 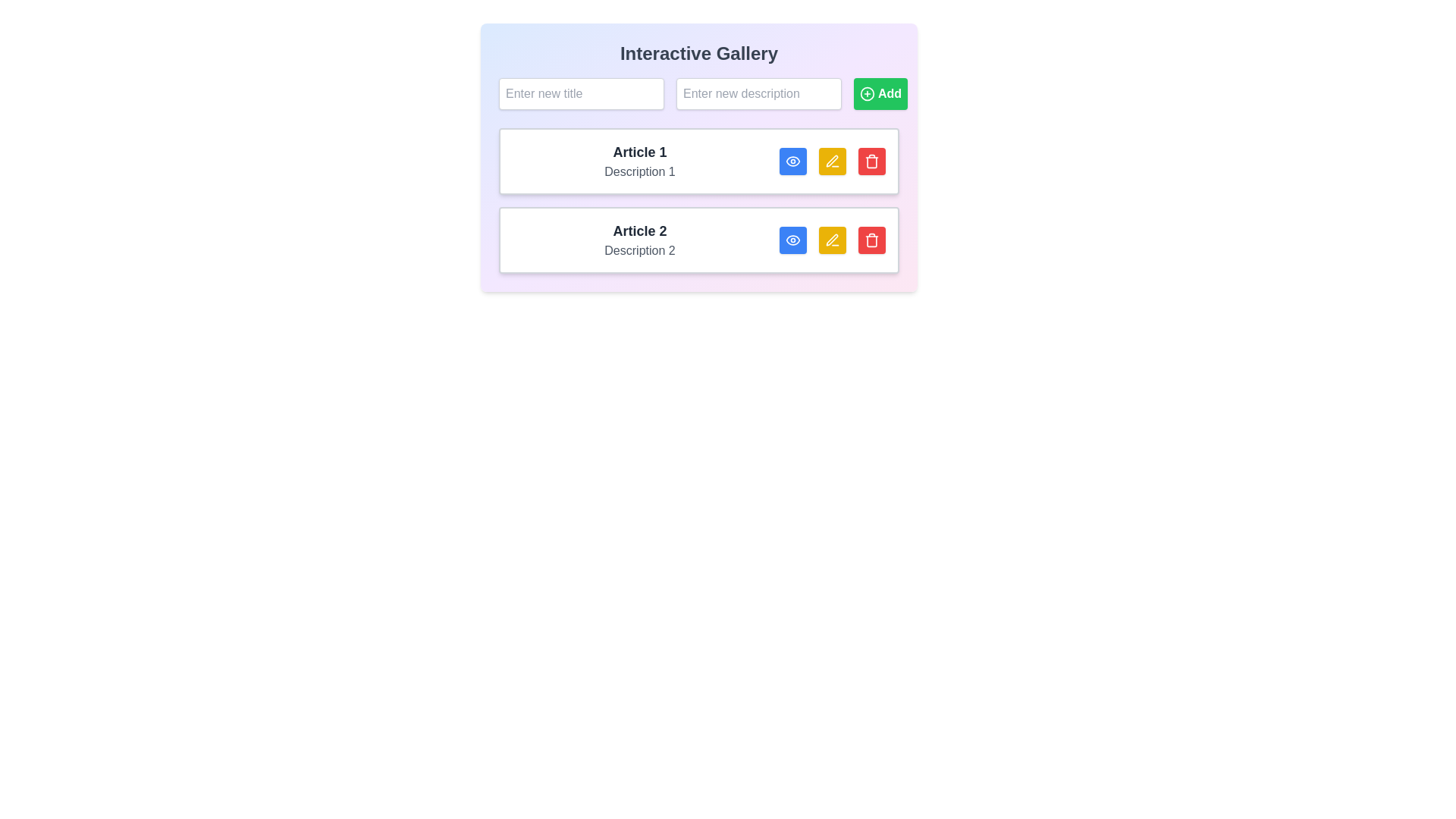 I want to click on the text input box for entering a description to focus on it, so click(x=698, y=93).